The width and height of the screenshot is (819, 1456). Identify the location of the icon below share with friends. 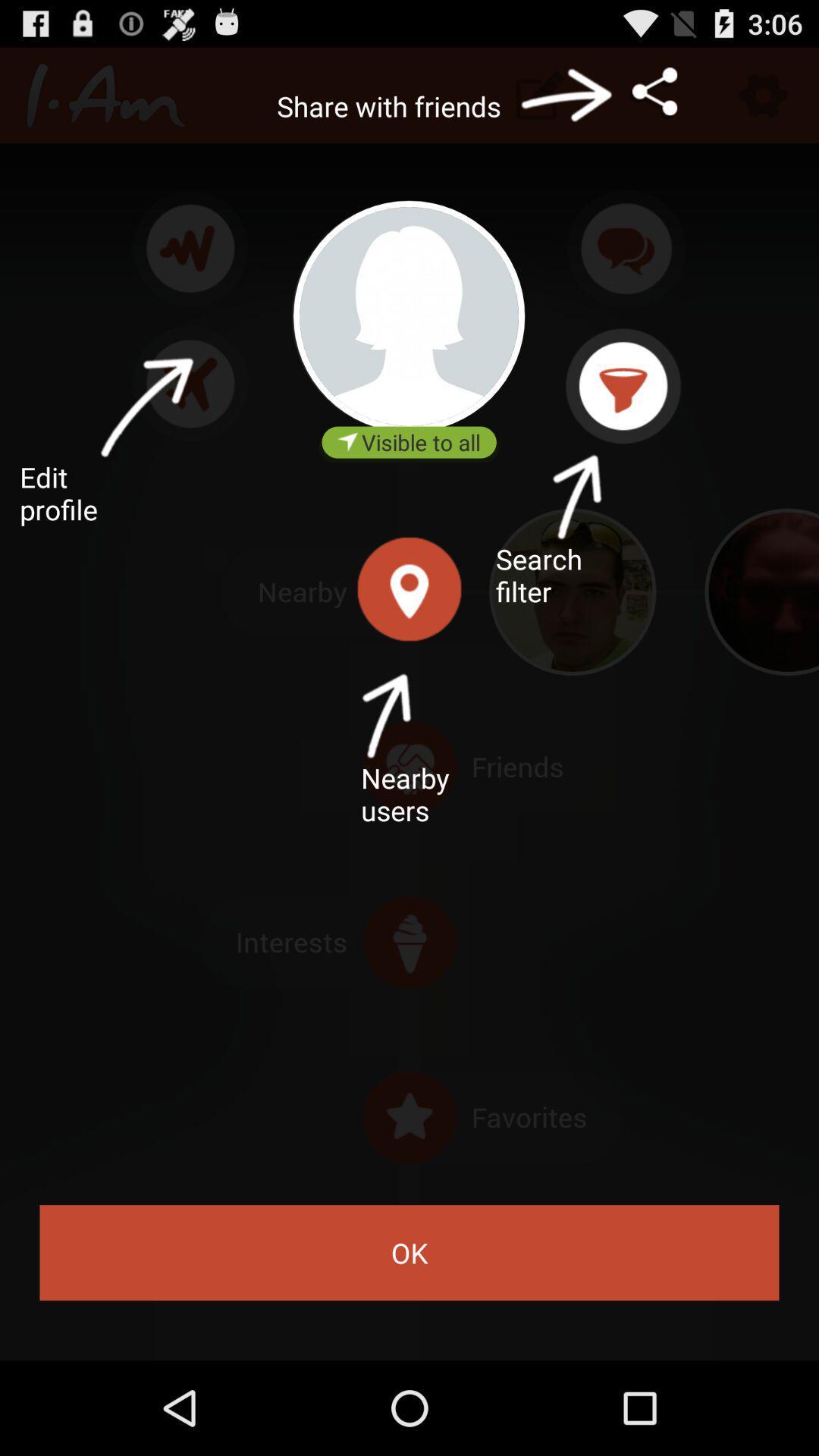
(408, 315).